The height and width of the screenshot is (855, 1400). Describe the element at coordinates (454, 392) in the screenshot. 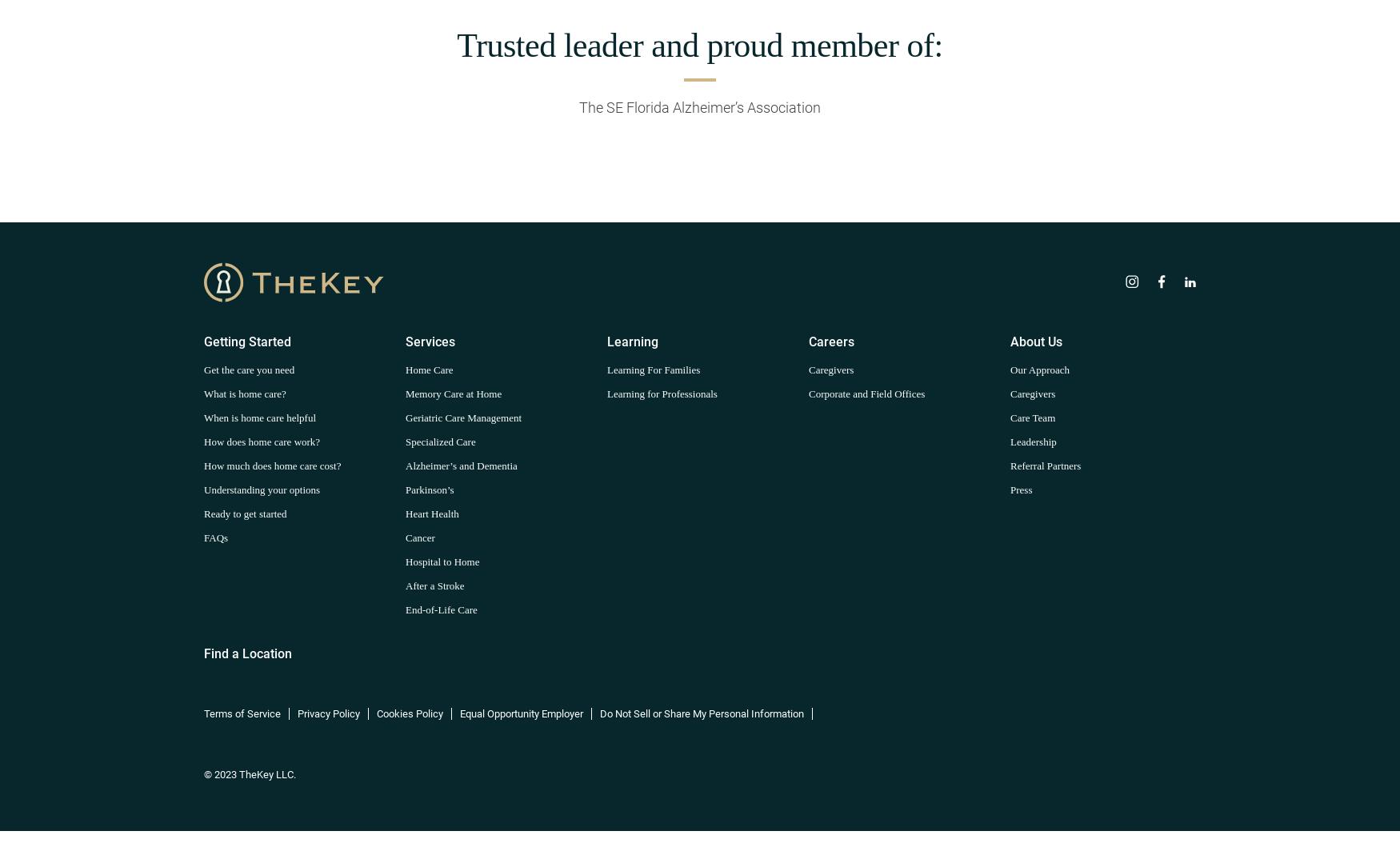

I see `'Memory Care at Home'` at that location.